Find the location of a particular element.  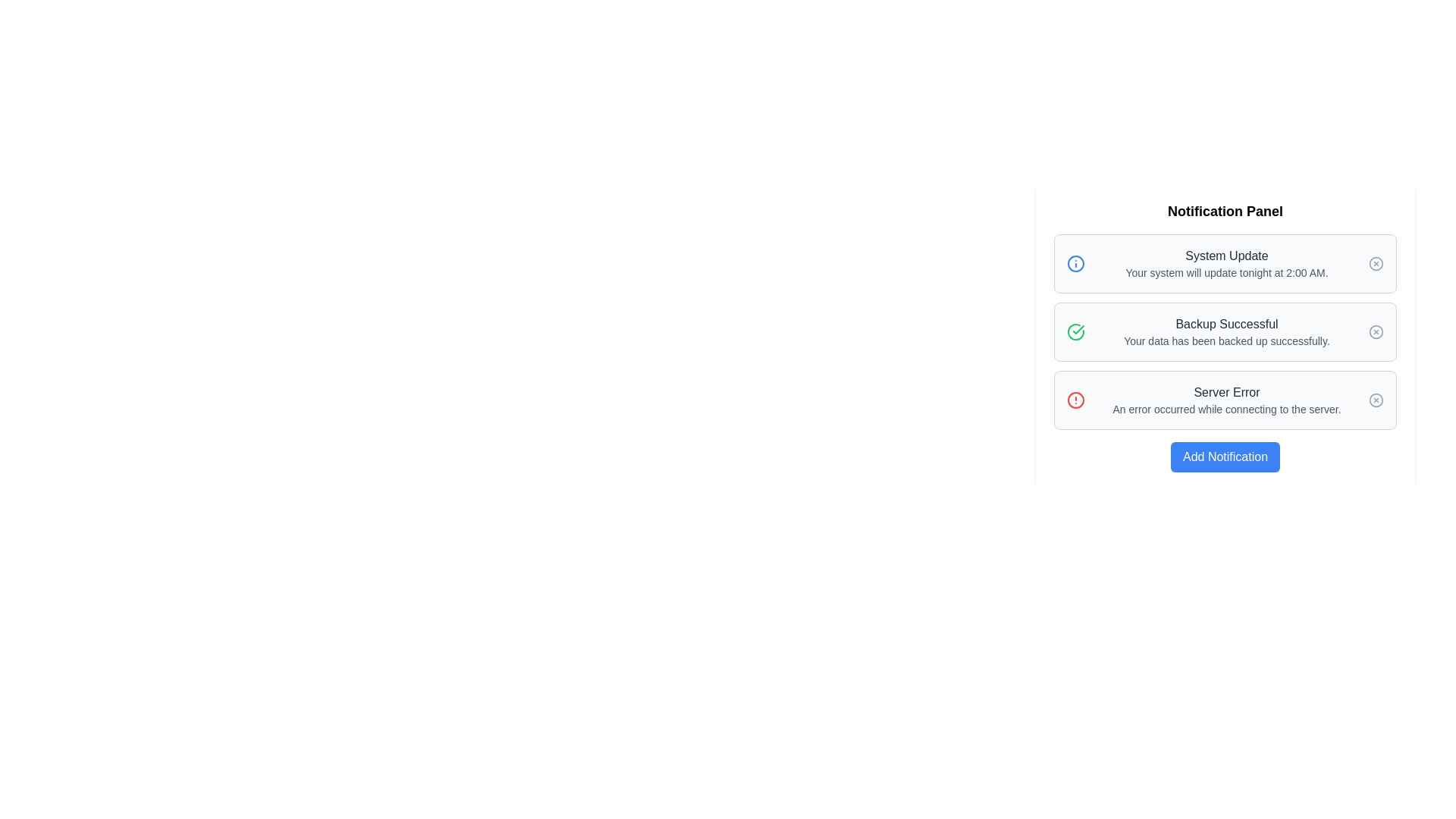

the green circular checkmark icon indicating success, located on the left side of the 'Backup Successful' notification in the notification panel is located at coordinates (1075, 331).